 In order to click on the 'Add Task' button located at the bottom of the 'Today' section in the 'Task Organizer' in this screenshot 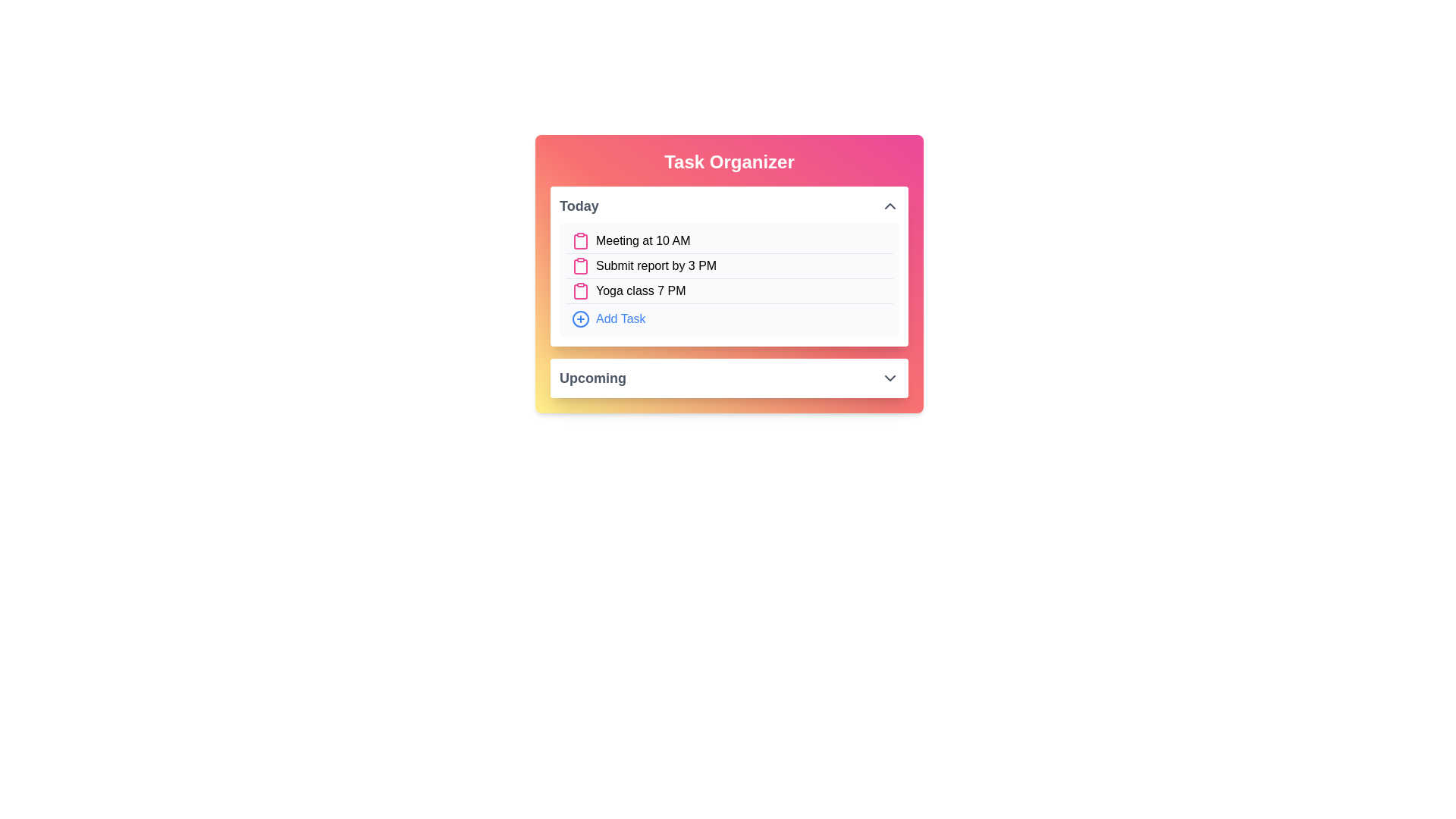, I will do `click(729, 318)`.